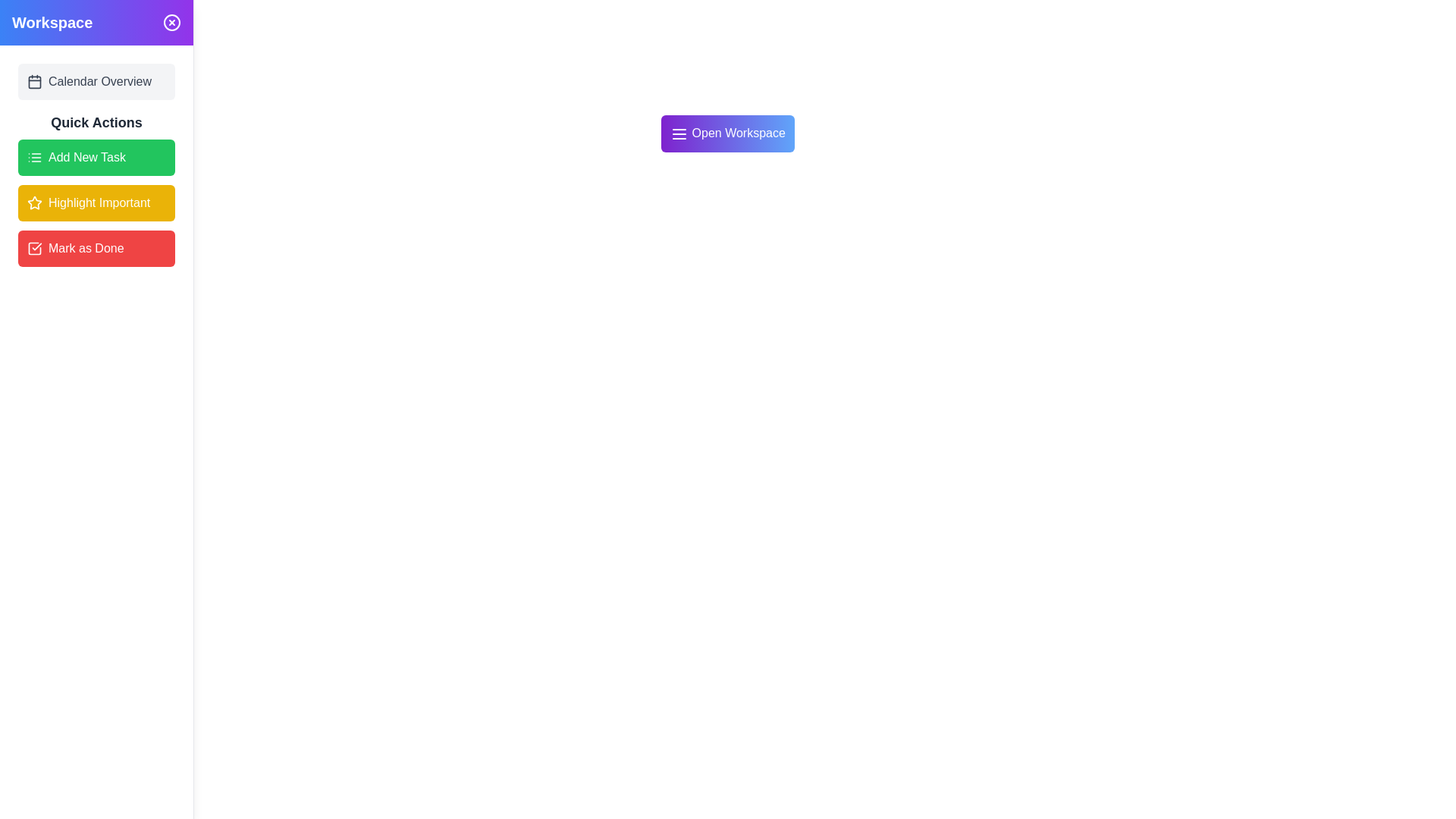  Describe the element at coordinates (96, 189) in the screenshot. I see `the second button under the 'Quick Actions' header on the left sidebar to highlight an item as important` at that location.